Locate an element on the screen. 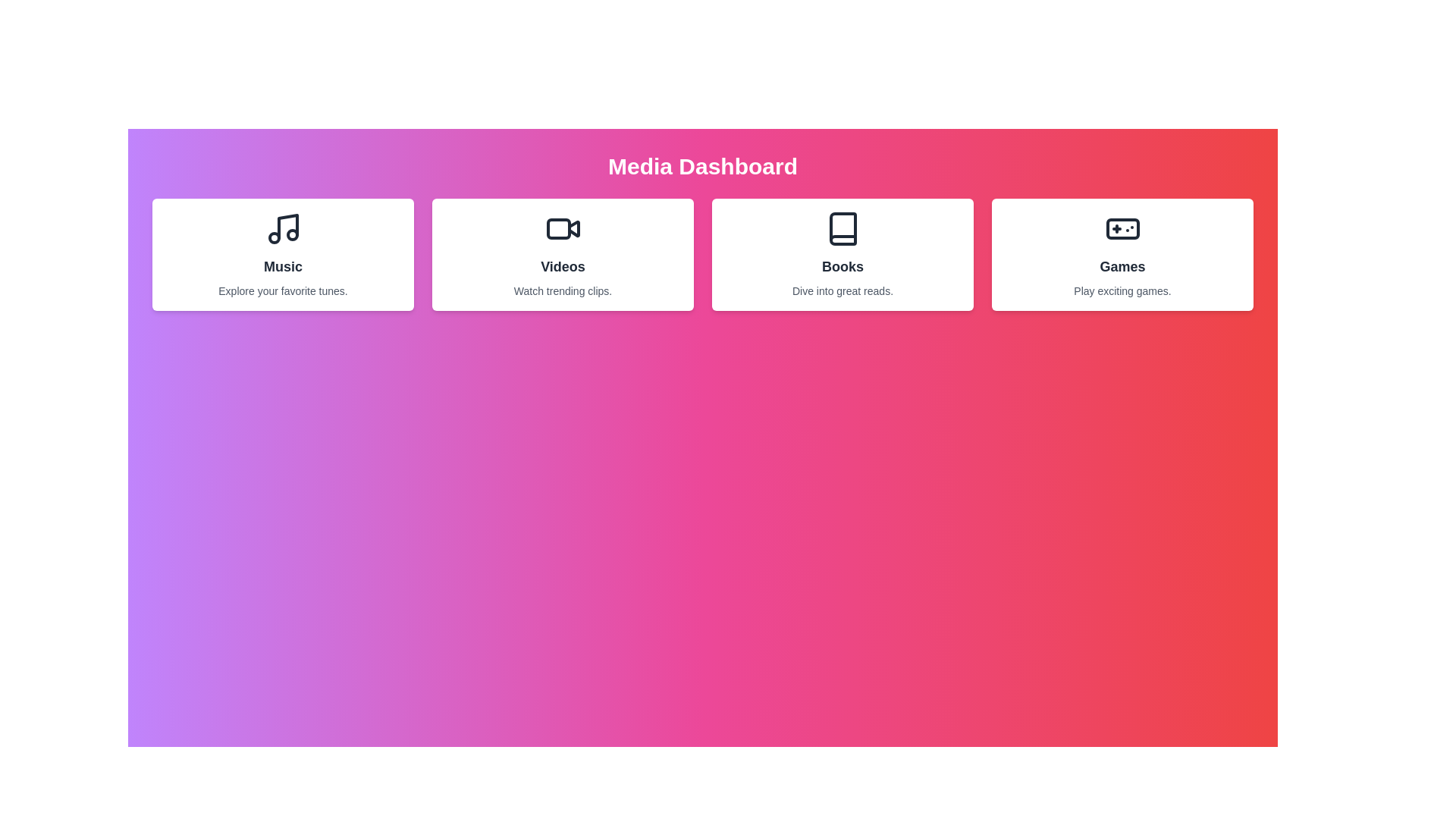  the small filled circular graphic shape of the music note icon located in the top-left card labeled 'Music' on the dashboard is located at coordinates (274, 237).